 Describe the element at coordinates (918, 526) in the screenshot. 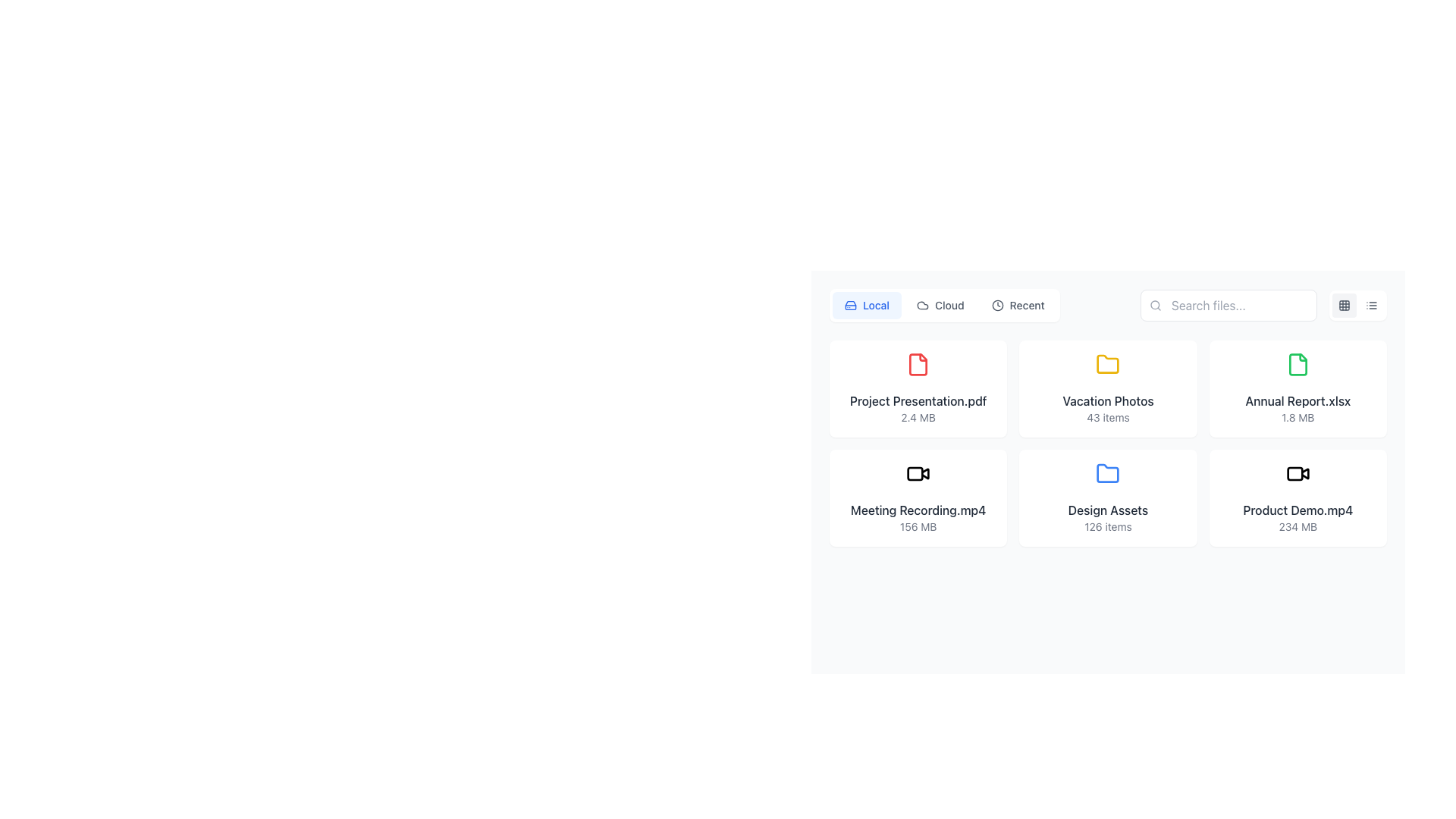

I see `the text label displaying '156 MB', which is located beneath the 'Meeting Recording.mp4' text within its file card in the grid layout` at that location.